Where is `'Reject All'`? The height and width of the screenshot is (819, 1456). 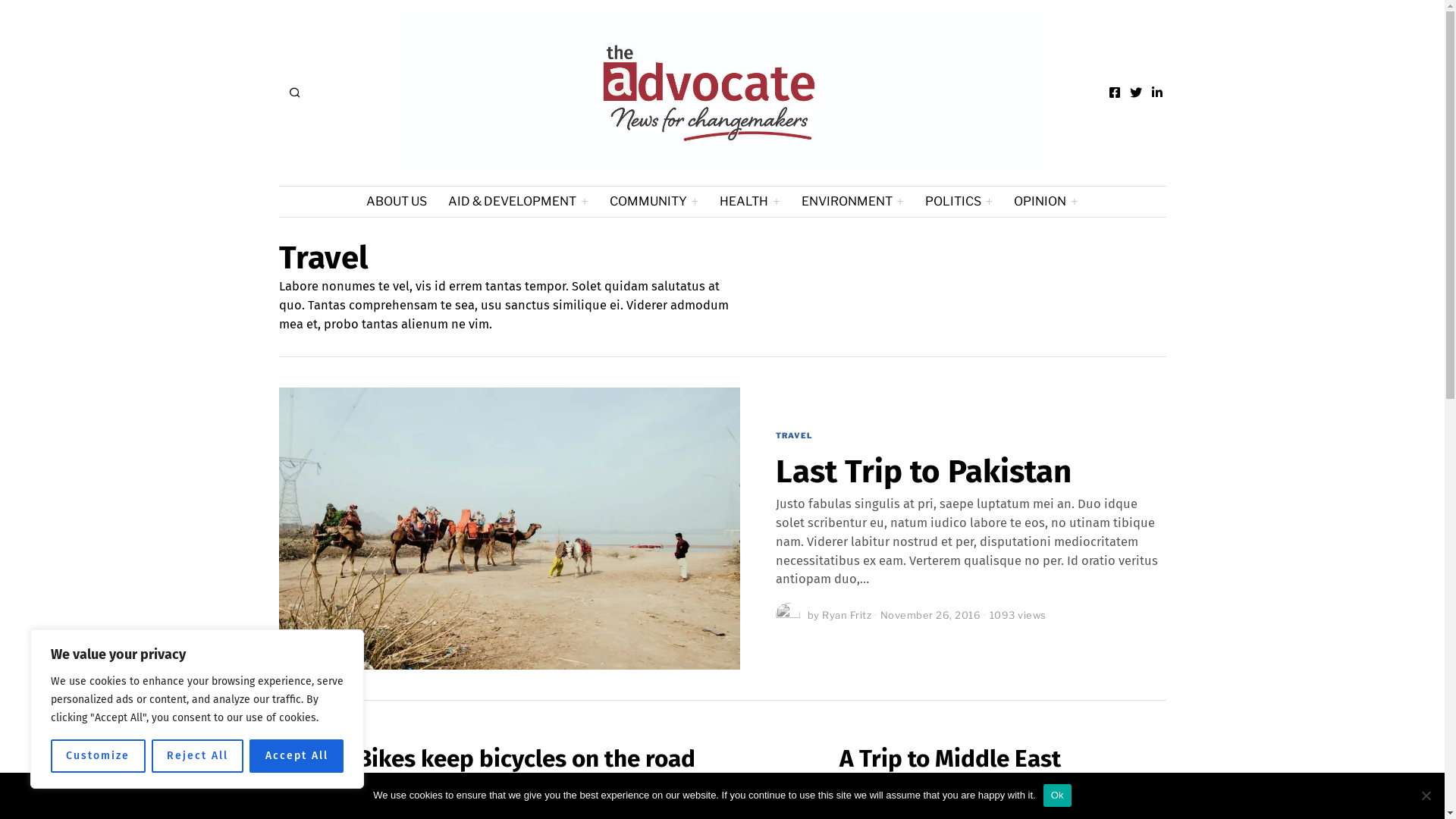 'Reject All' is located at coordinates (196, 755).